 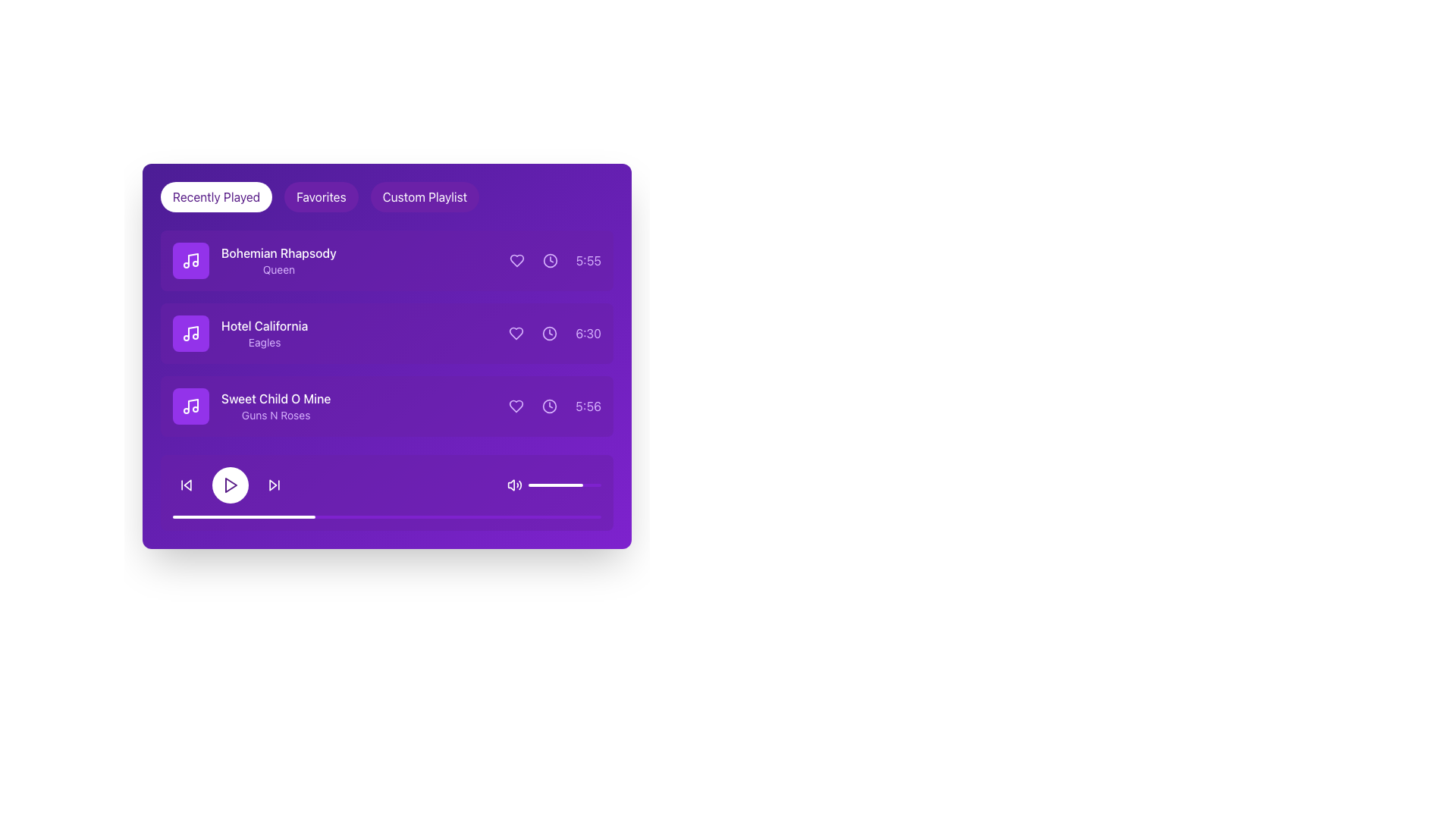 I want to click on the text label displaying the word 'Queen' in a purple shade, positioned directly below 'Bohemian Rhapsody' in the song list, so click(x=278, y=268).